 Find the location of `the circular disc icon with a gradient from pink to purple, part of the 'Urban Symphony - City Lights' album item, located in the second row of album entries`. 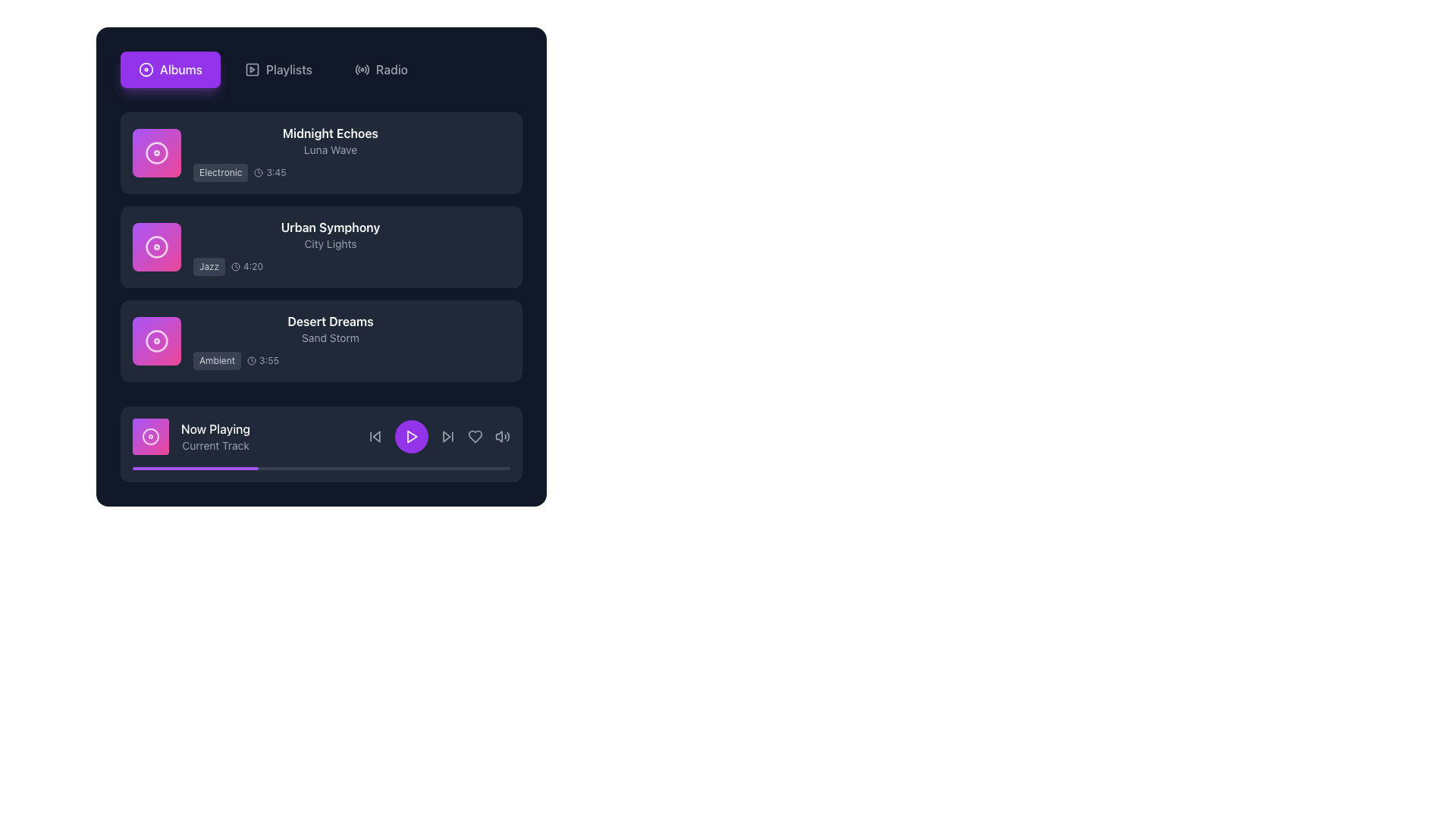

the circular disc icon with a gradient from pink to purple, part of the 'Urban Symphony - City Lights' album item, located in the second row of album entries is located at coordinates (156, 246).